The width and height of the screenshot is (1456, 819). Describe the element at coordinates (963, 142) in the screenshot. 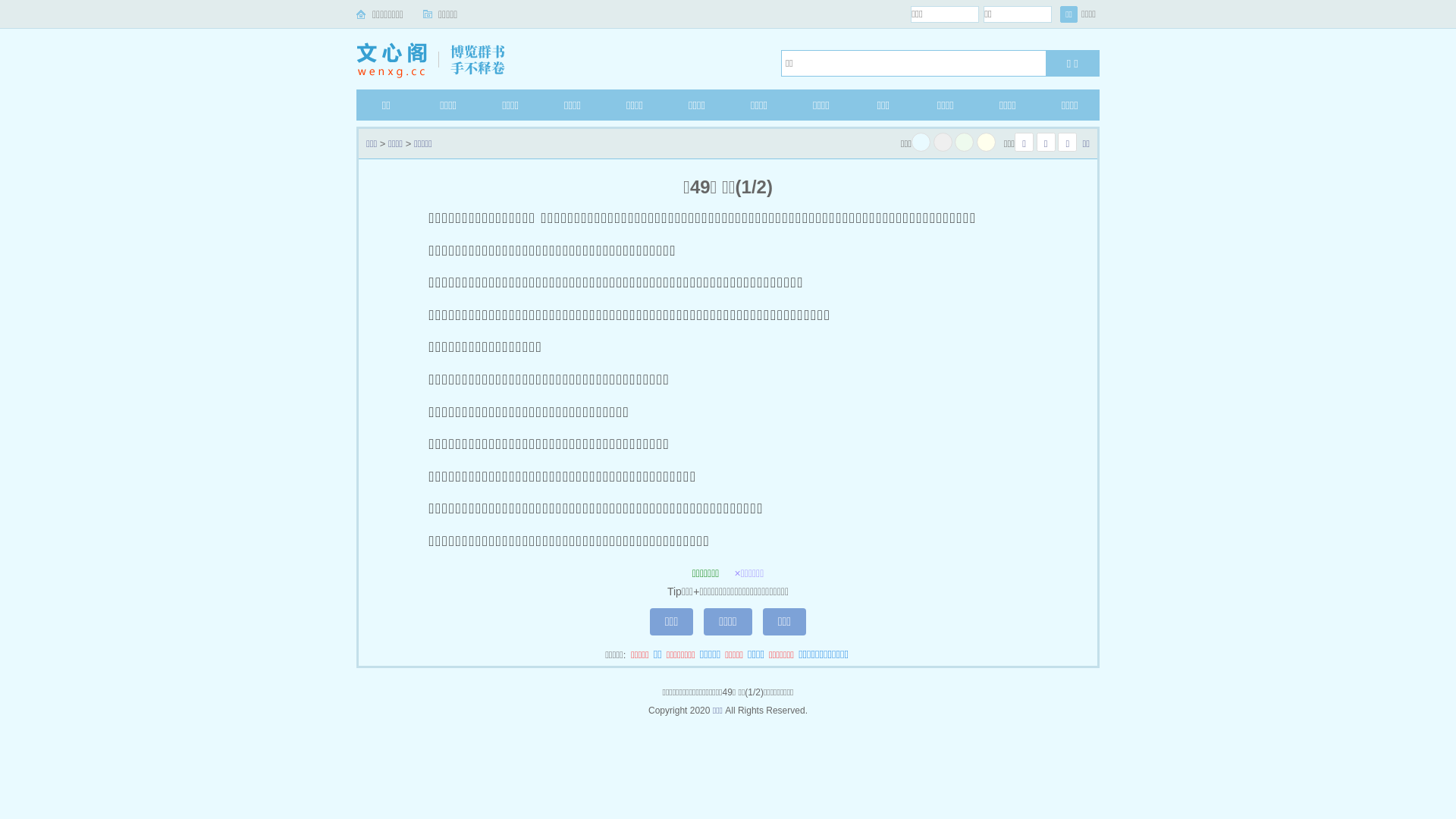

I see `'  '` at that location.